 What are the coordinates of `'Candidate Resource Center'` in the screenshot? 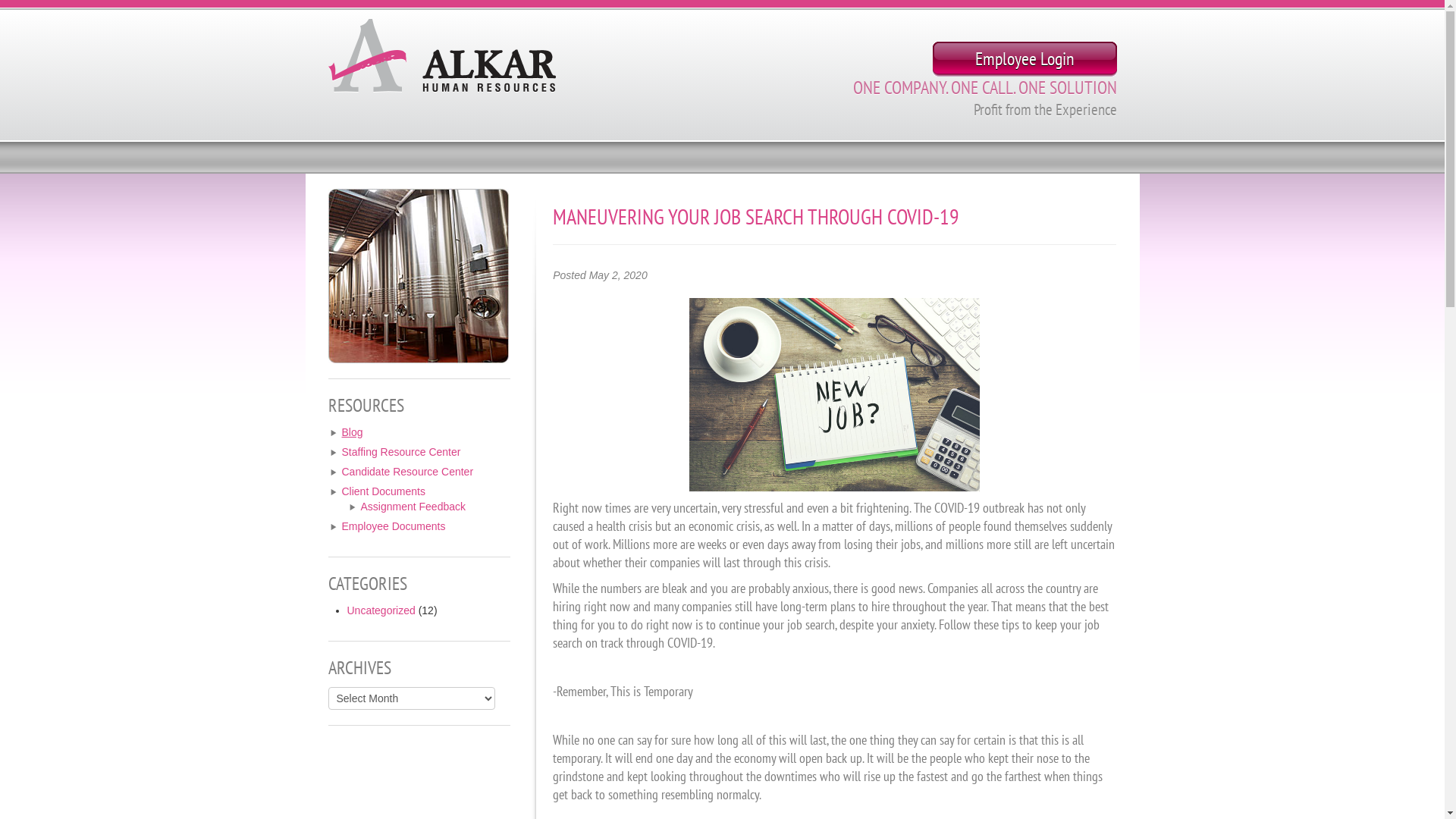 It's located at (407, 470).